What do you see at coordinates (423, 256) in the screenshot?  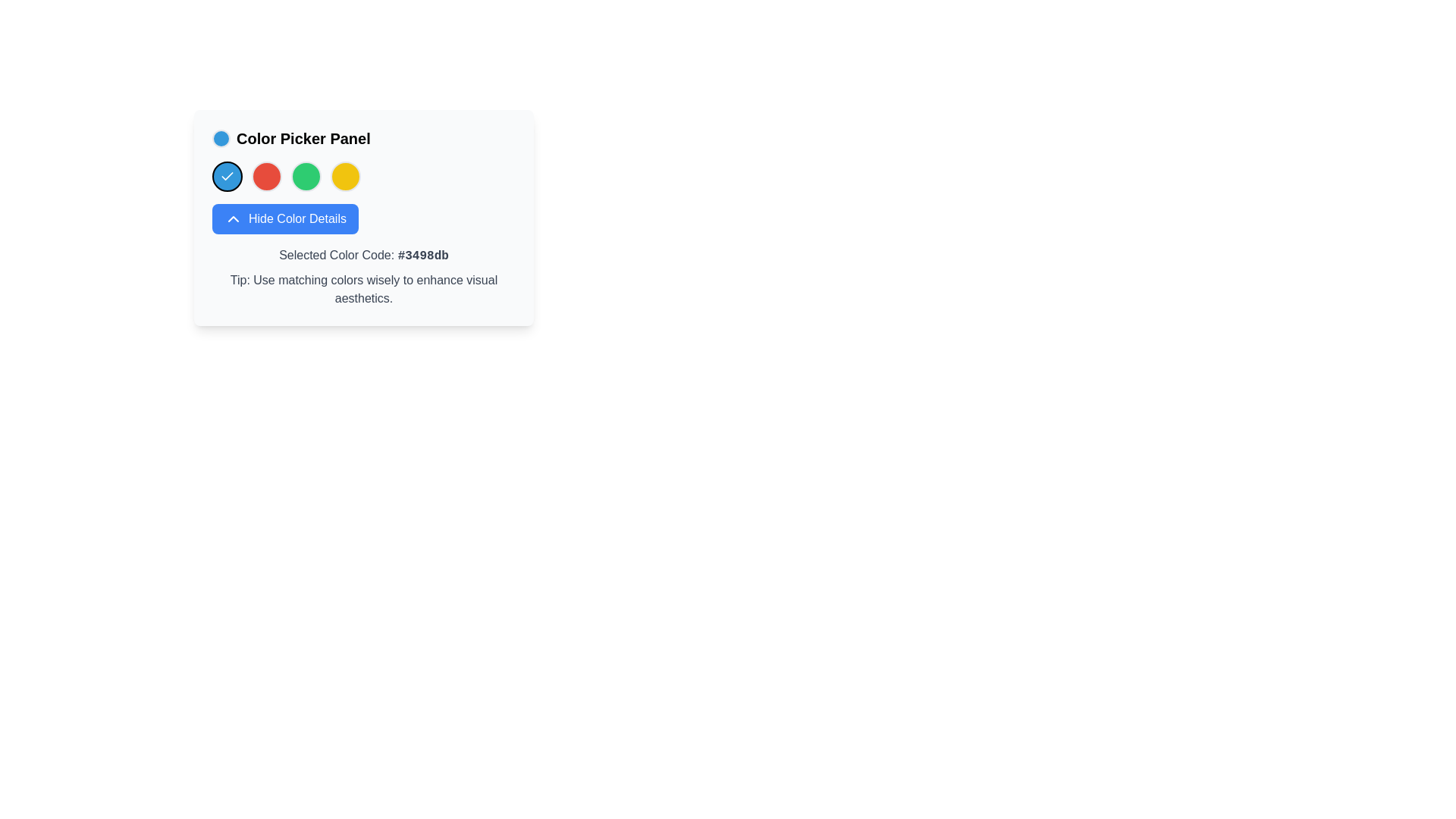 I see `the static text element displaying the hexadecimal color code '#3498db', which is styled in a monospaced bold font and is part of the 'Selected Color Code' label` at bounding box center [423, 256].